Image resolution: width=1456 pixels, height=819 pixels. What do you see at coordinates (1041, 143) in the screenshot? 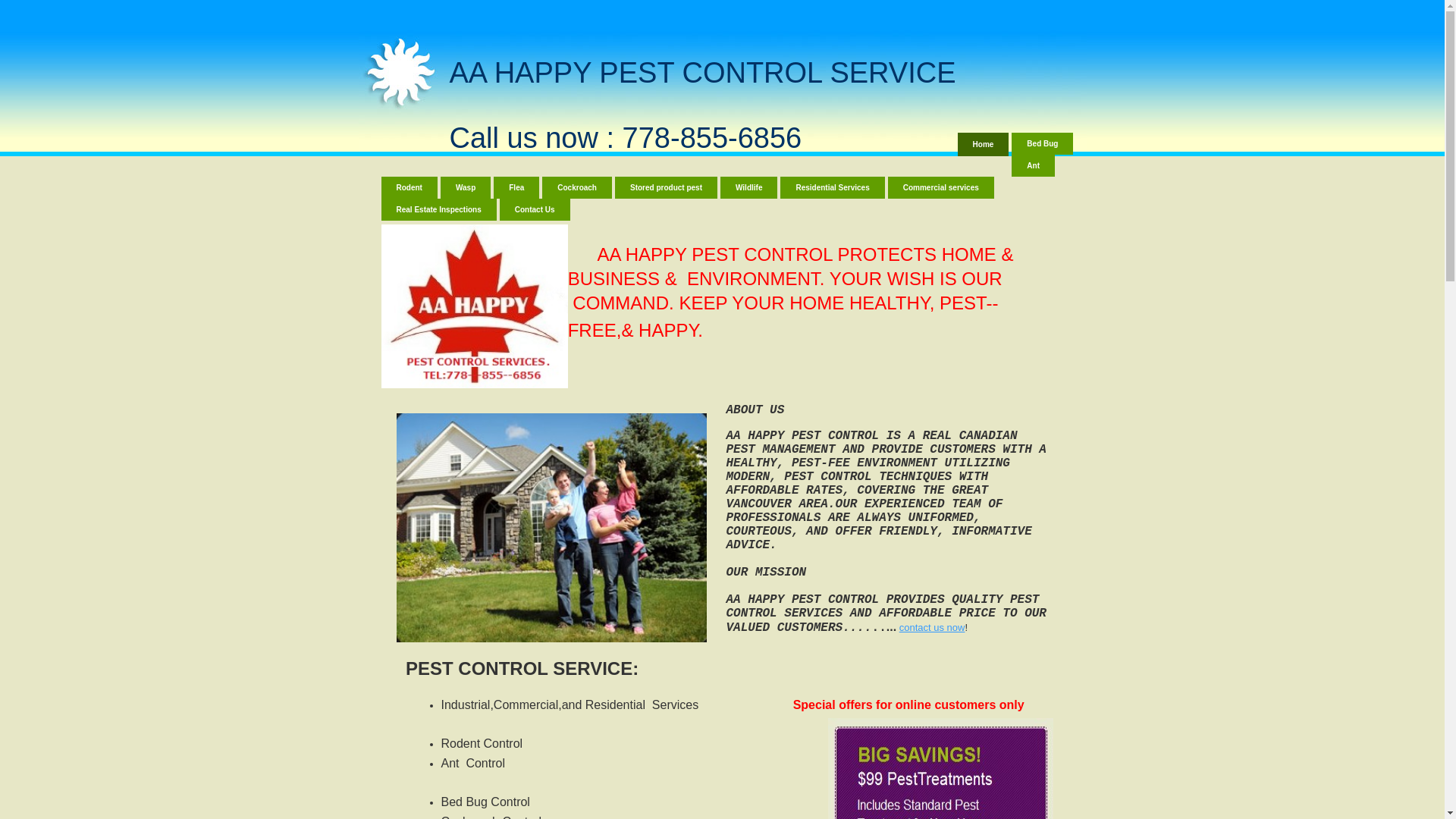
I see `'Bed Bug'` at bounding box center [1041, 143].